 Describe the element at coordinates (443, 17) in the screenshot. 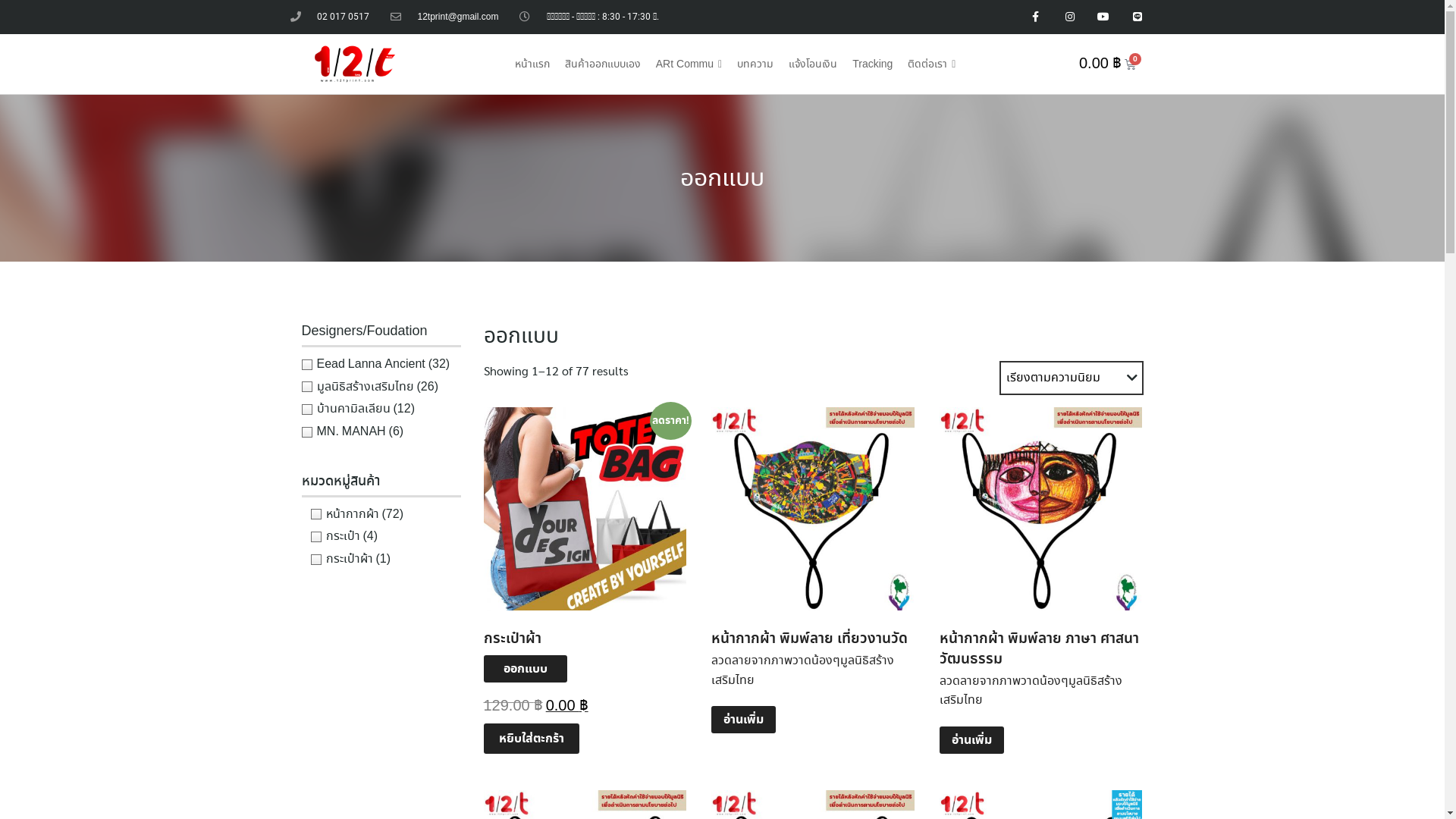

I see `'12tprint@gmail.com'` at that location.